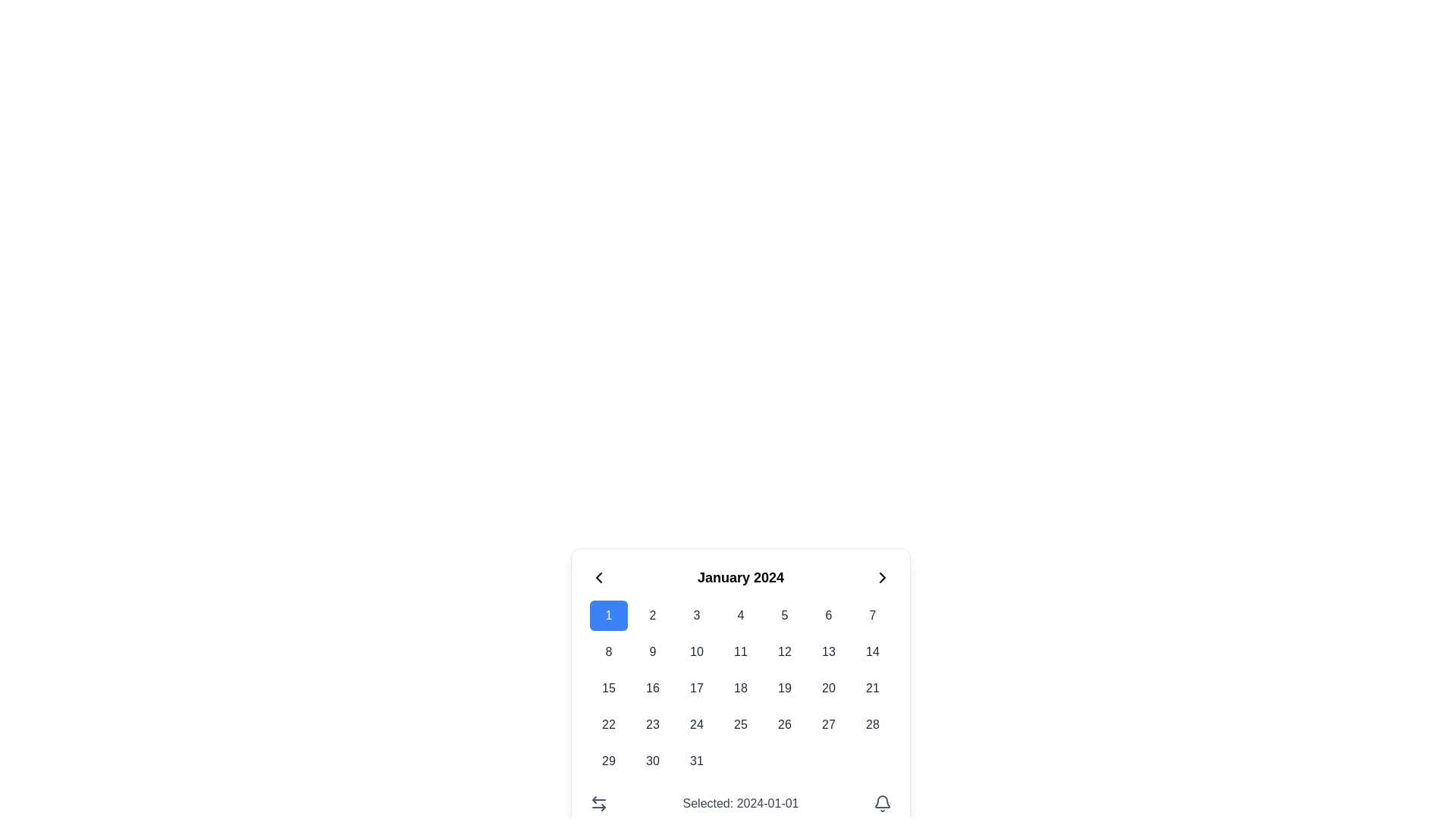 The image size is (1456, 819). Describe the element at coordinates (828, 616) in the screenshot. I see `the button representing the date 6 in the calendar grid` at that location.